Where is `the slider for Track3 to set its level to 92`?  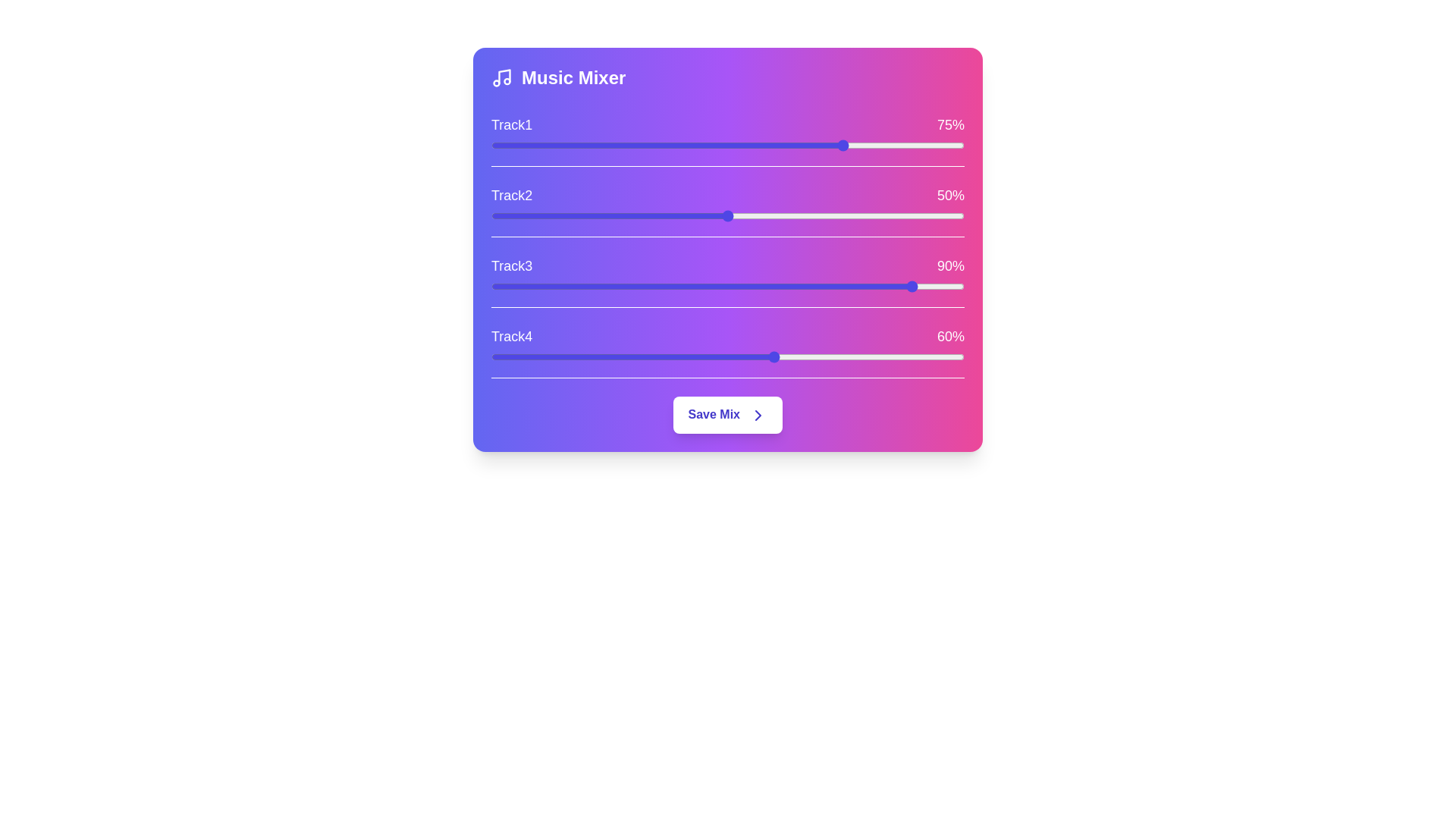
the slider for Track3 to set its level to 92 is located at coordinates (926, 287).